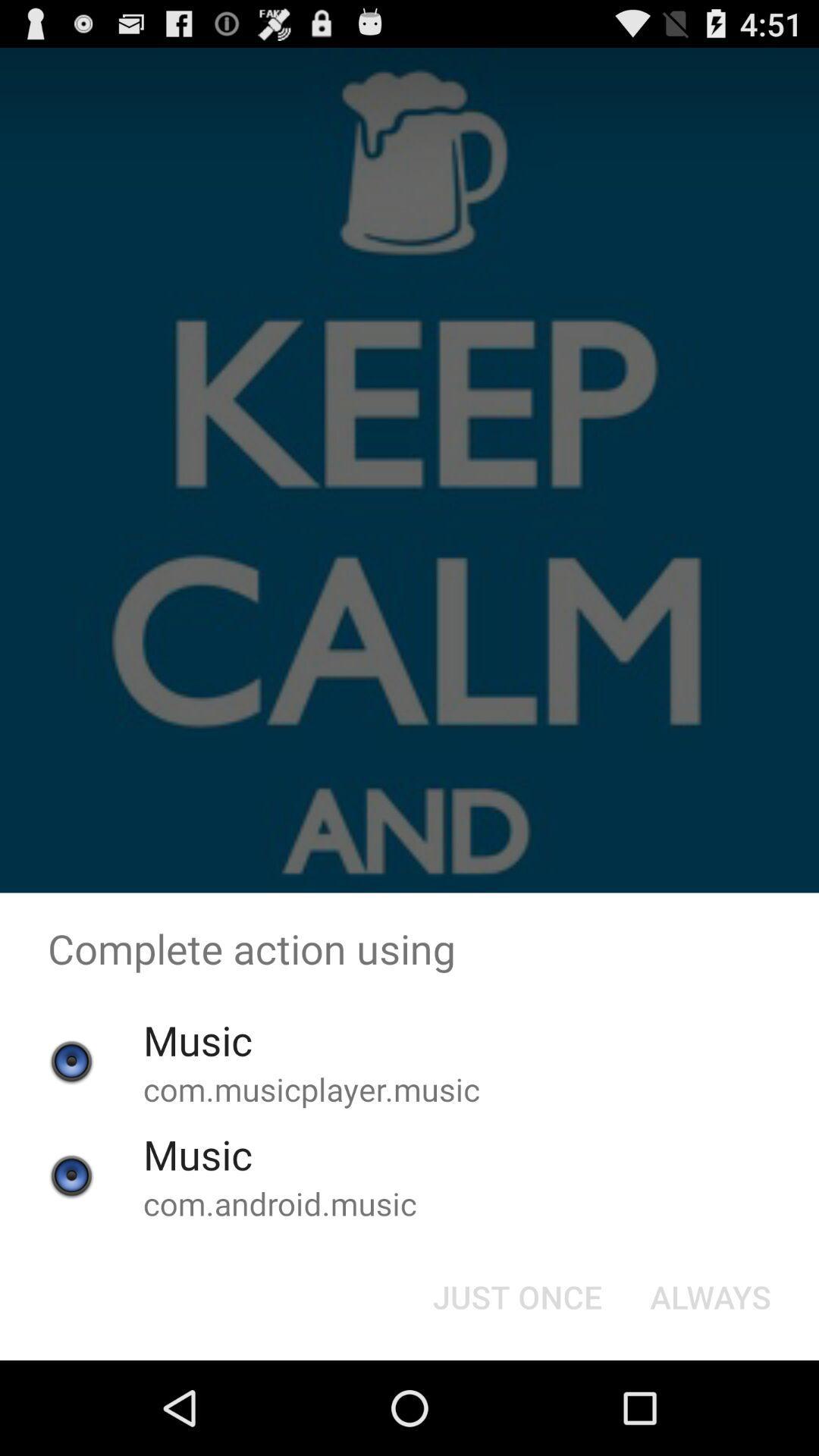 Image resolution: width=819 pixels, height=1456 pixels. I want to click on the button at the bottom right corner, so click(711, 1295).